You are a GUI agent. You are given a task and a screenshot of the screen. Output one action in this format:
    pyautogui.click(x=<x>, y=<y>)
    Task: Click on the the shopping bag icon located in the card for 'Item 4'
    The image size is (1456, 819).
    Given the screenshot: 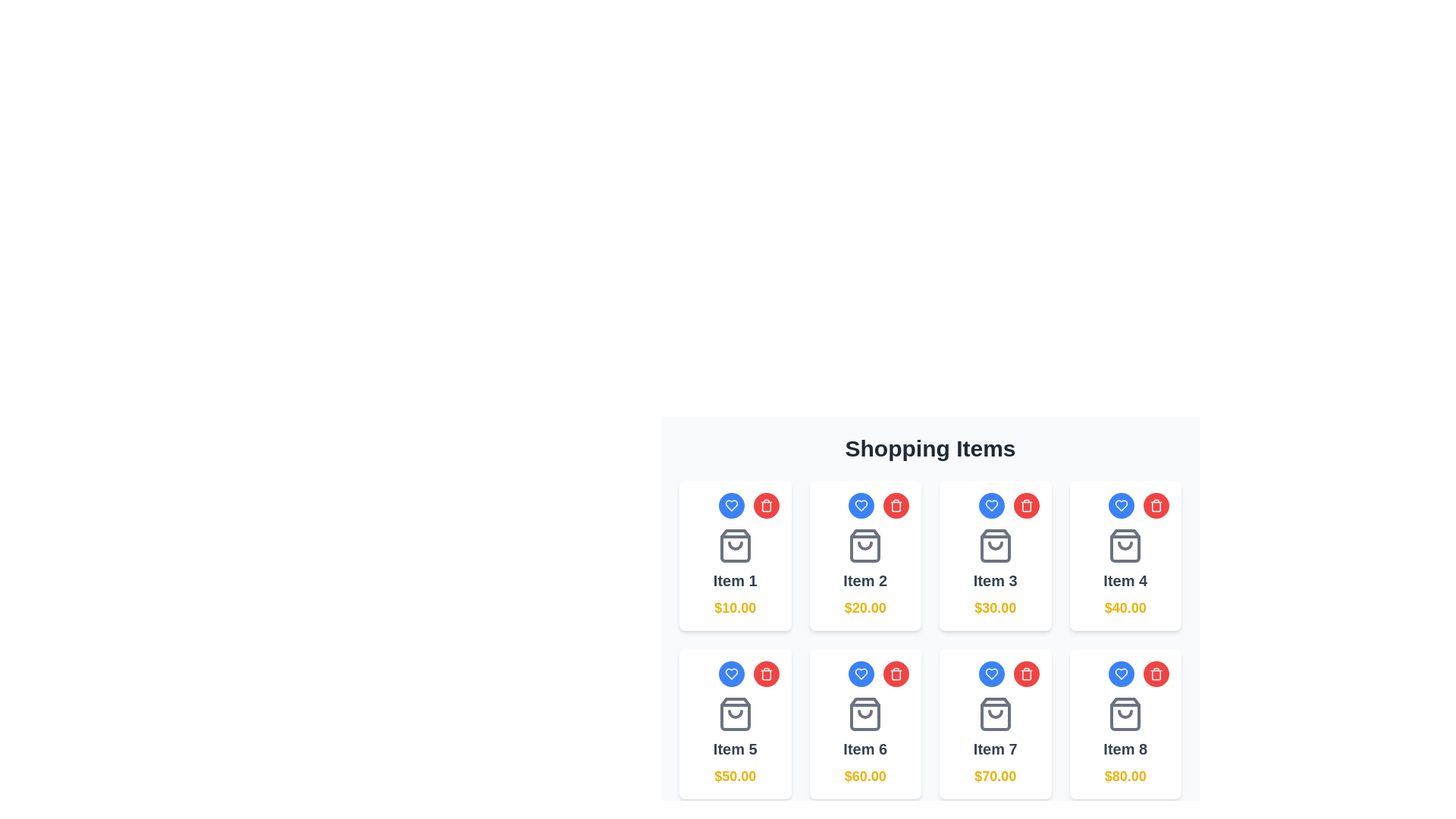 What is the action you would take?
    pyautogui.click(x=1125, y=546)
    